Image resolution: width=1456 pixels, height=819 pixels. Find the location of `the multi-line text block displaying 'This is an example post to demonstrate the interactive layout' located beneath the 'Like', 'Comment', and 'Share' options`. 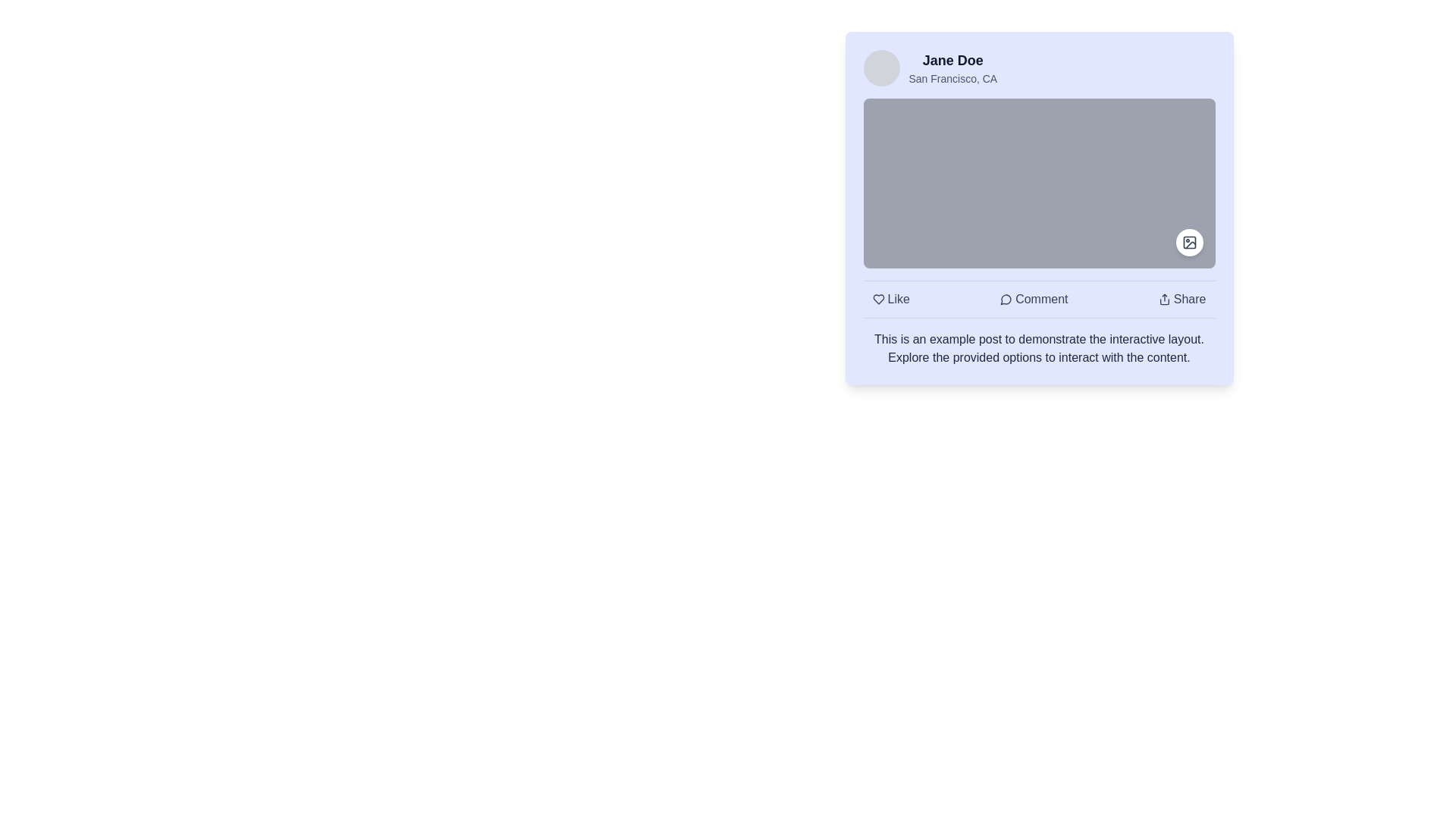

the multi-line text block displaying 'This is an example post to demonstrate the interactive layout' located beneath the 'Like', 'Comment', and 'Share' options is located at coordinates (1038, 348).